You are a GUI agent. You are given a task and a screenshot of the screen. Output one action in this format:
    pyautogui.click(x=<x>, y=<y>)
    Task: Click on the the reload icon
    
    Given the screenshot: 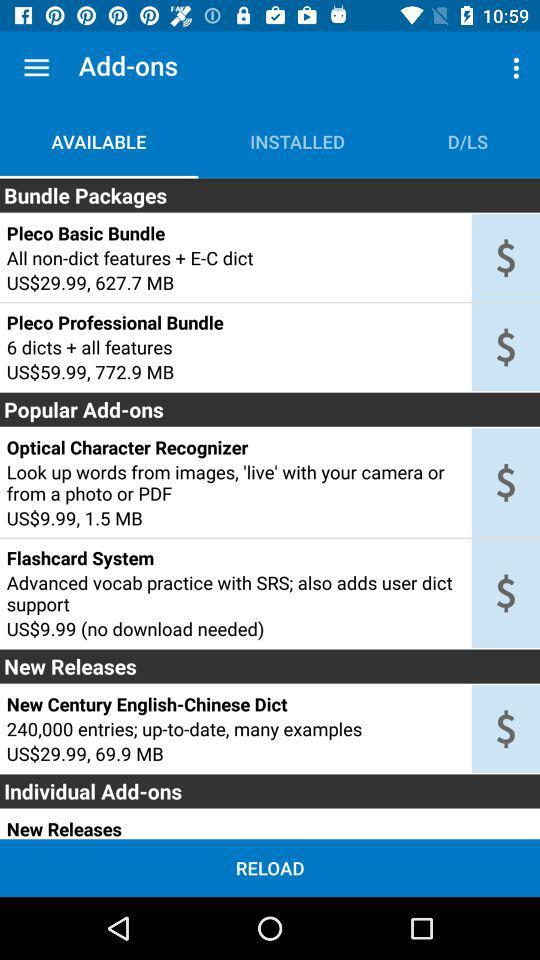 What is the action you would take?
    pyautogui.click(x=270, y=867)
    